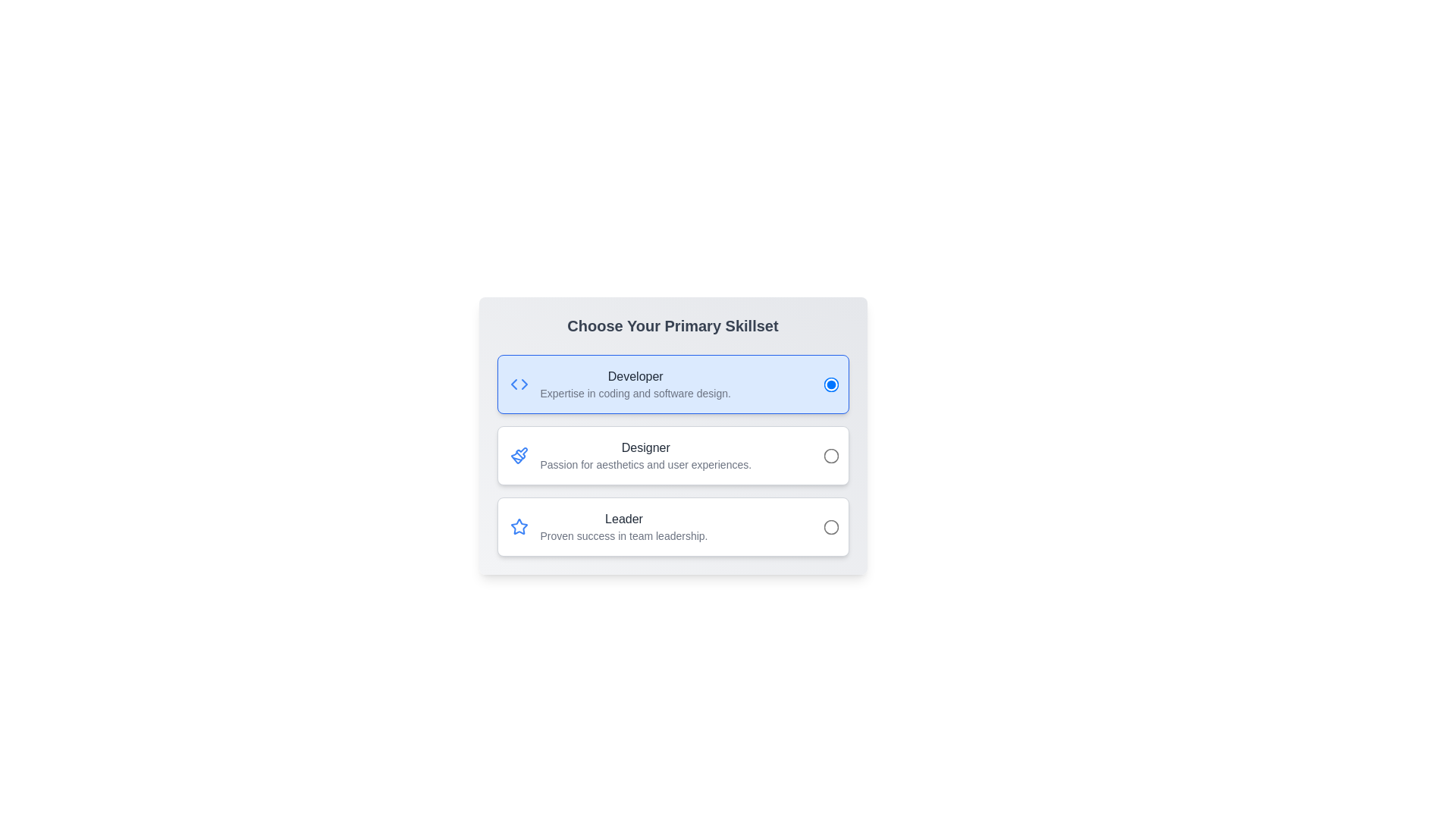 Image resolution: width=1456 pixels, height=819 pixels. I want to click on the blue outlined star icon located within the 'Leader' option card, positioned to the left of the text caption, so click(519, 526).